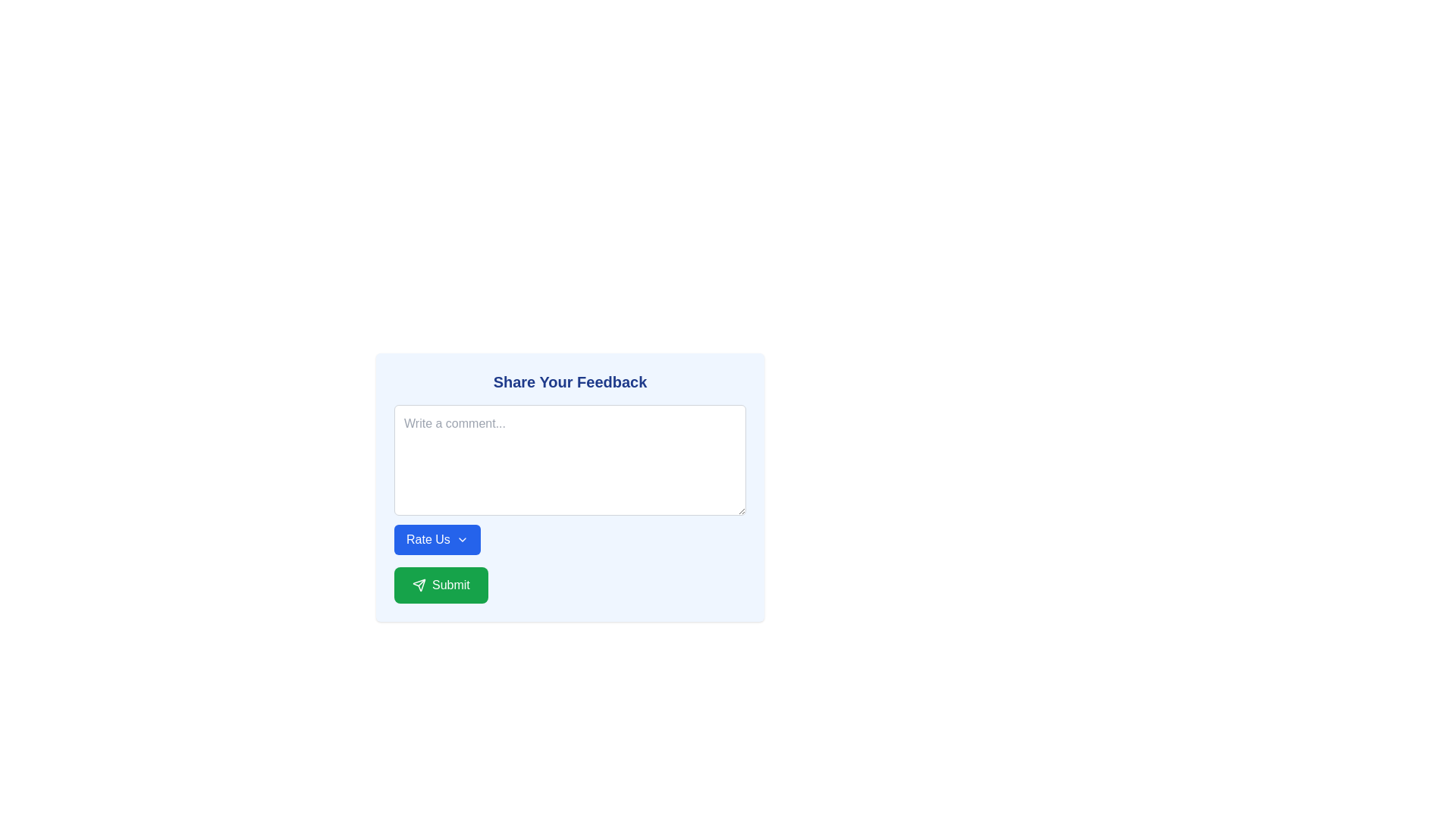 The width and height of the screenshot is (1456, 819). Describe the element at coordinates (440, 584) in the screenshot. I see `the green 'Submit' button with rounded corners, featuring white bold text and a paper plane icon` at that location.